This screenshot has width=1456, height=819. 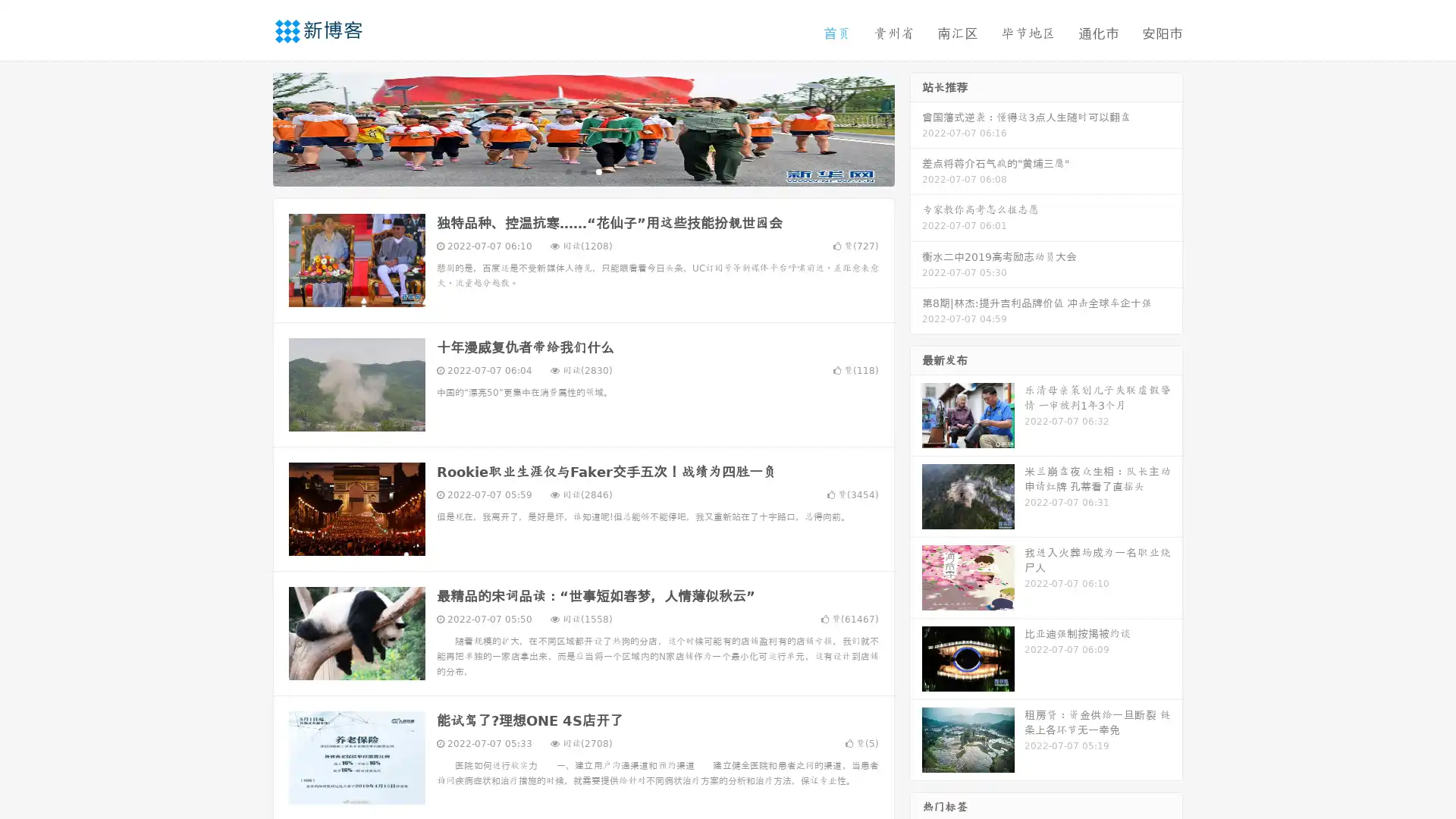 I want to click on Previous slide, so click(x=250, y=127).